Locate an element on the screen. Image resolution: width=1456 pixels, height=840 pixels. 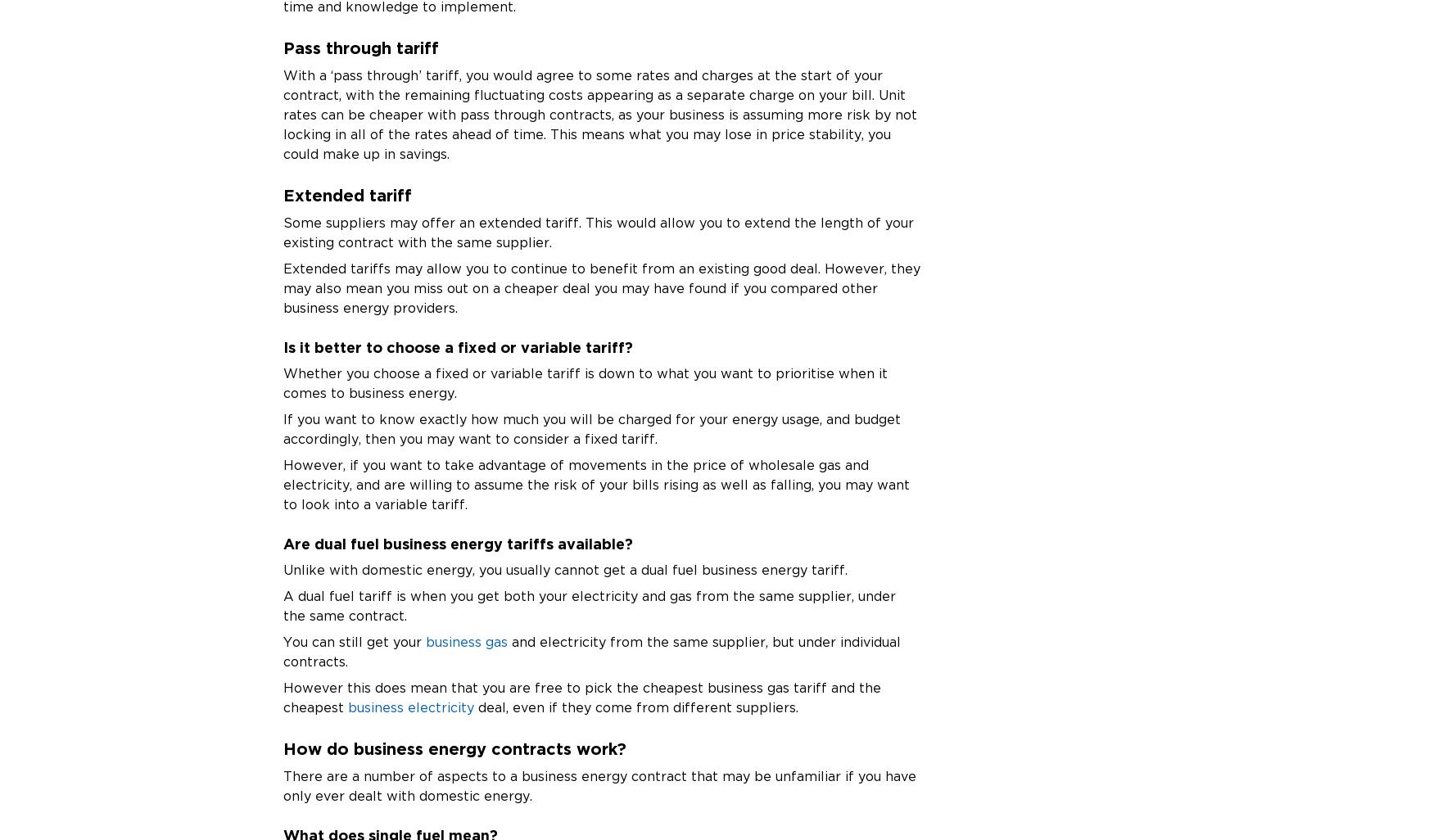
'Are dual fuel business energy tariffs available?' is located at coordinates (458, 543).